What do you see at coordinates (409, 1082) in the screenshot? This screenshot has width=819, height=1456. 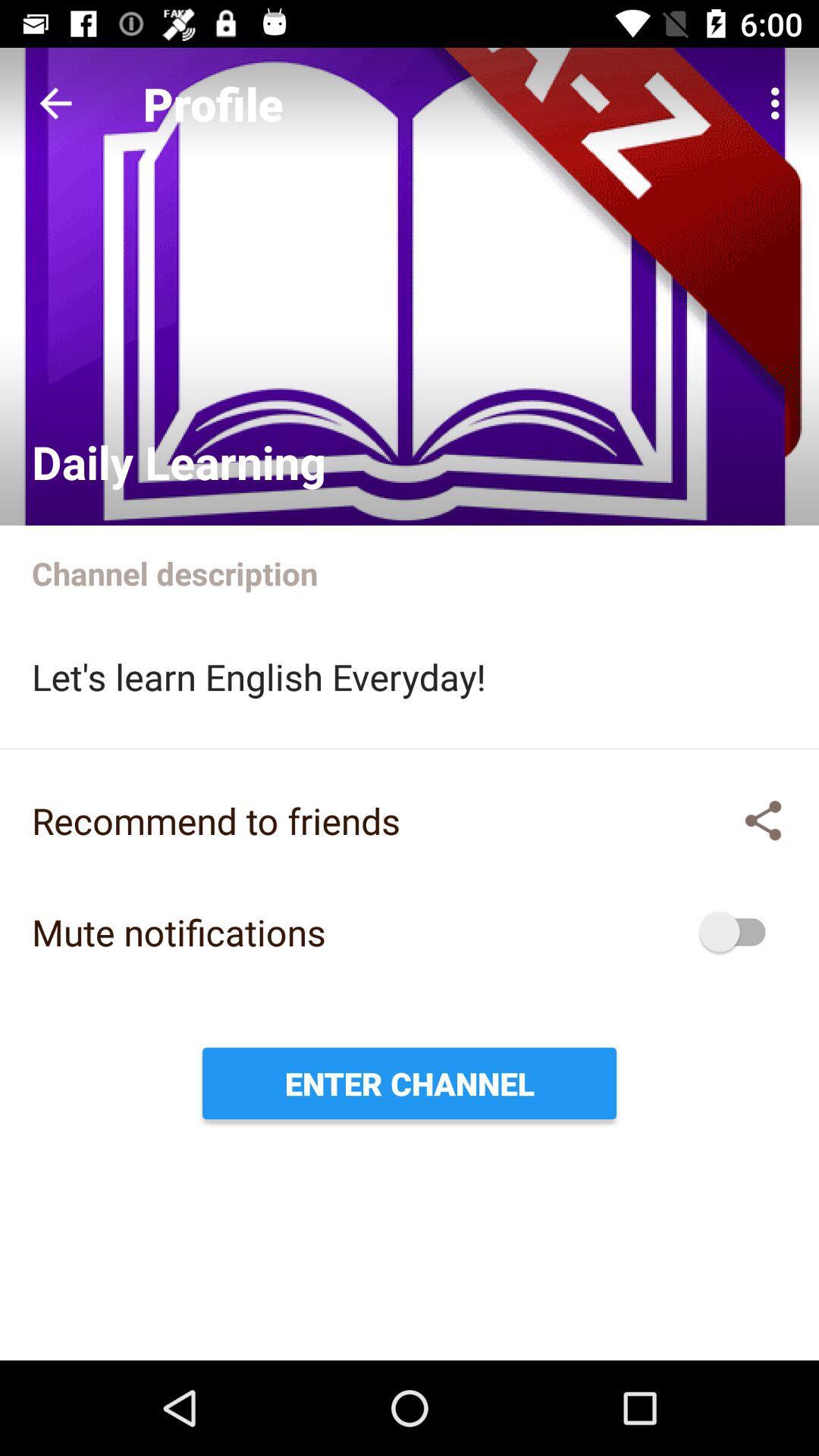 I see `enter channel` at bounding box center [409, 1082].